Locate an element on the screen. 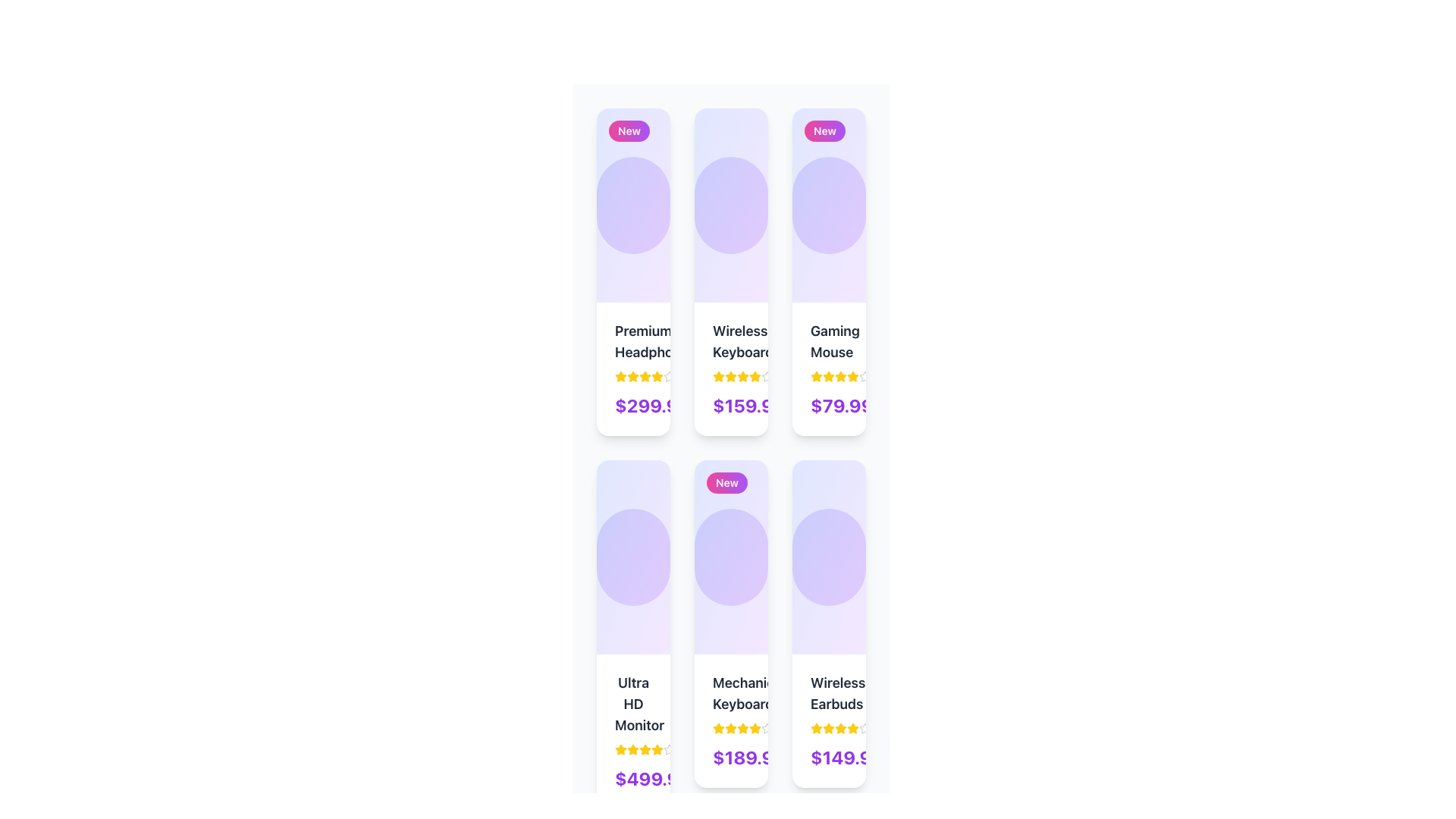 The image size is (1456, 819). the fourth yellow star icon in the rating system to rate it is located at coordinates (645, 376).